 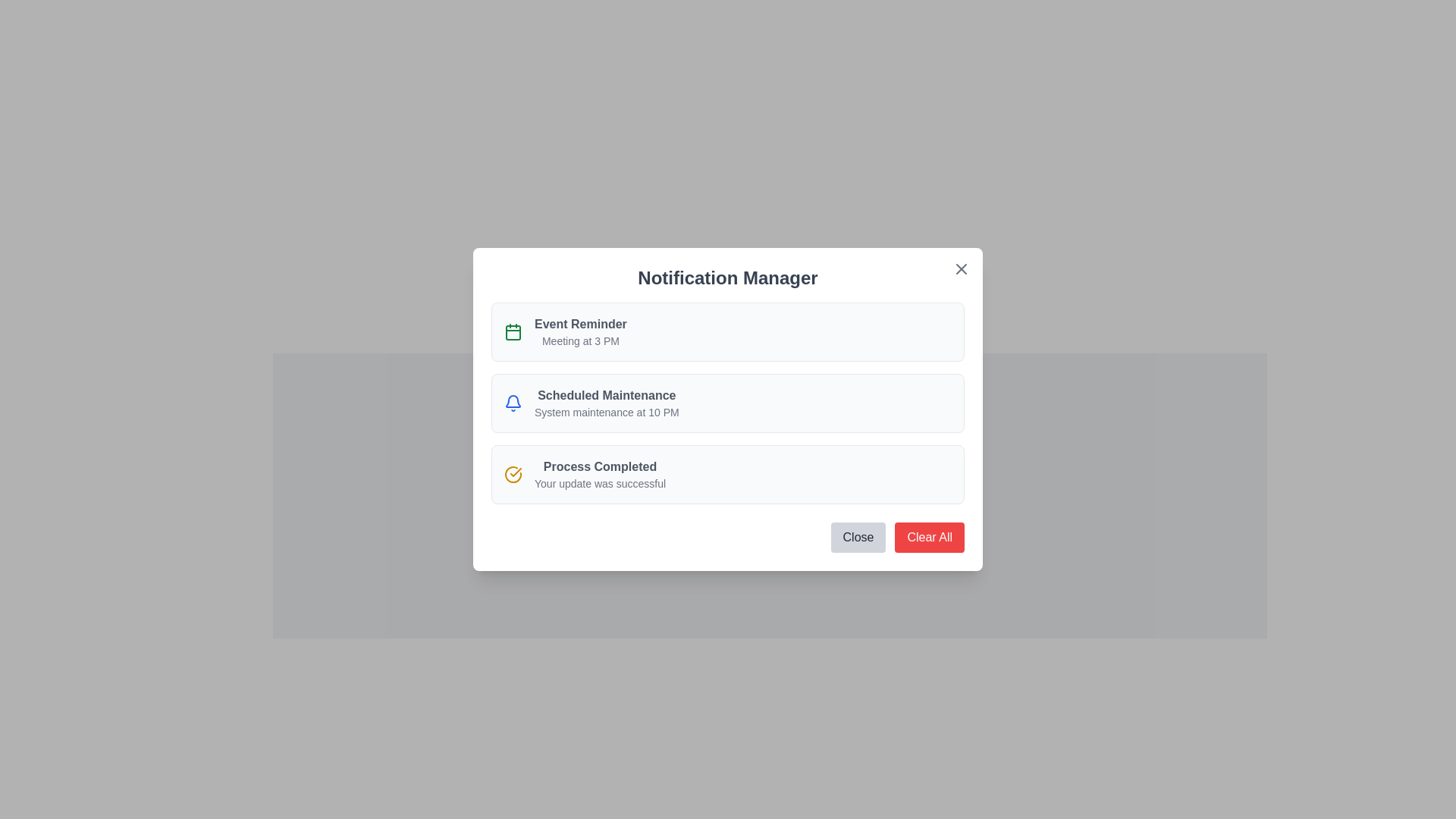 I want to click on the Text label displaying the notification's title and details within the first notification card of the 'Notification Manager' dialog box, so click(x=579, y=331).